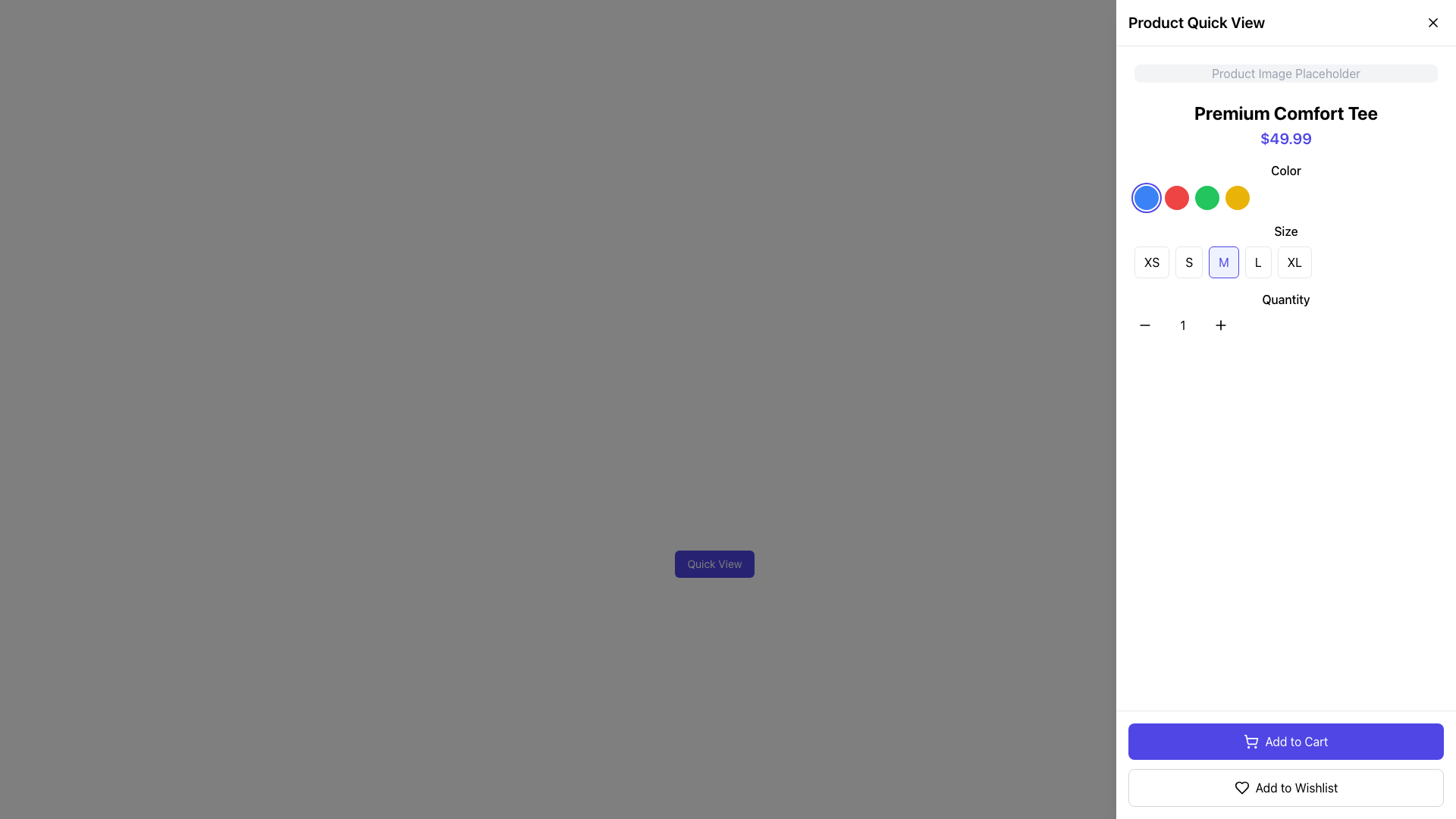 This screenshot has height=819, width=1456. What do you see at coordinates (1145, 324) in the screenshot?
I see `the button with gray rounded edges featuring a black minus icon, located in the 'Quantity' section of the product quick view modal` at bounding box center [1145, 324].